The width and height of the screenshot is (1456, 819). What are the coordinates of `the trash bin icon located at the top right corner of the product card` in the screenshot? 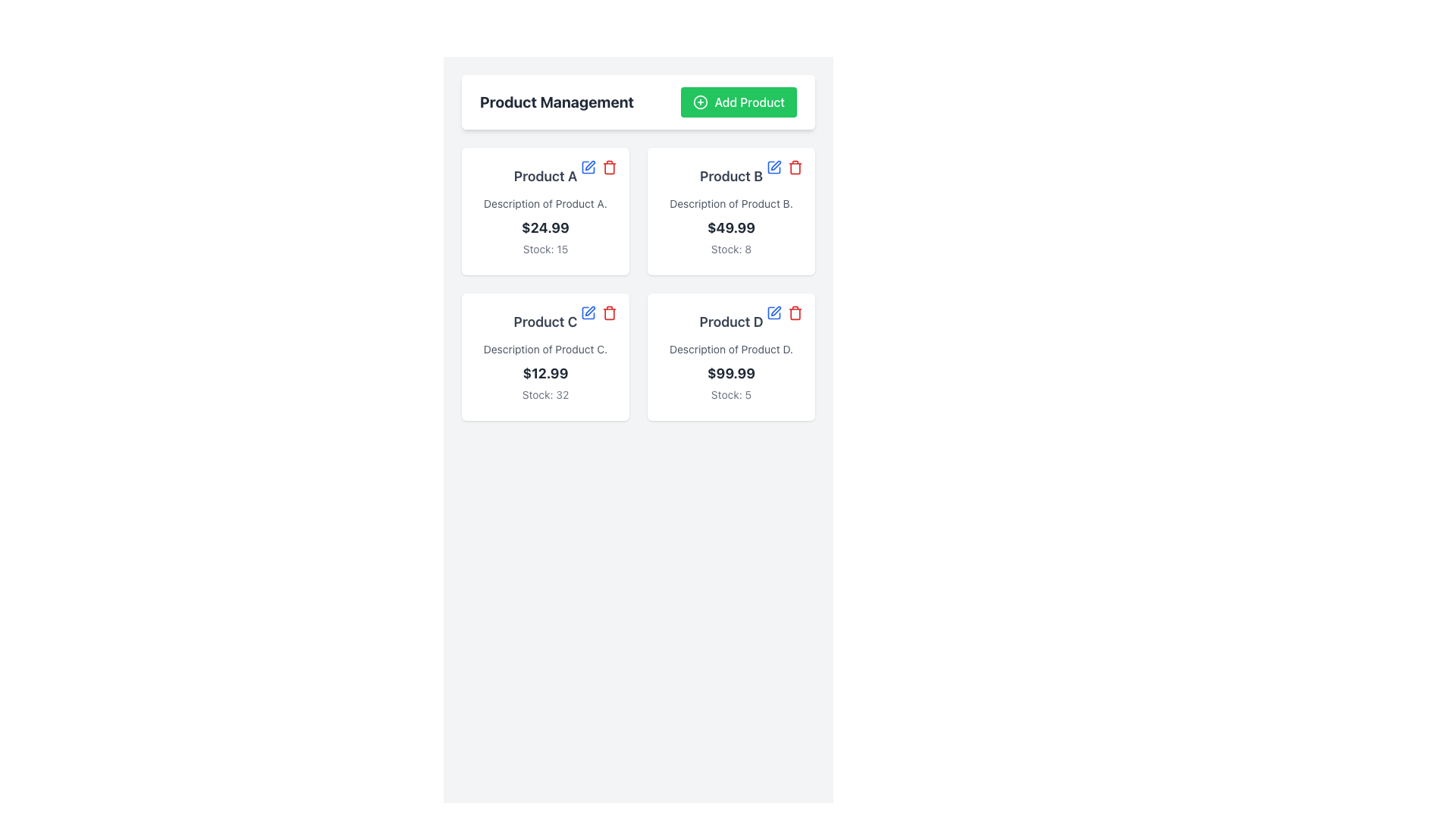 It's located at (795, 312).